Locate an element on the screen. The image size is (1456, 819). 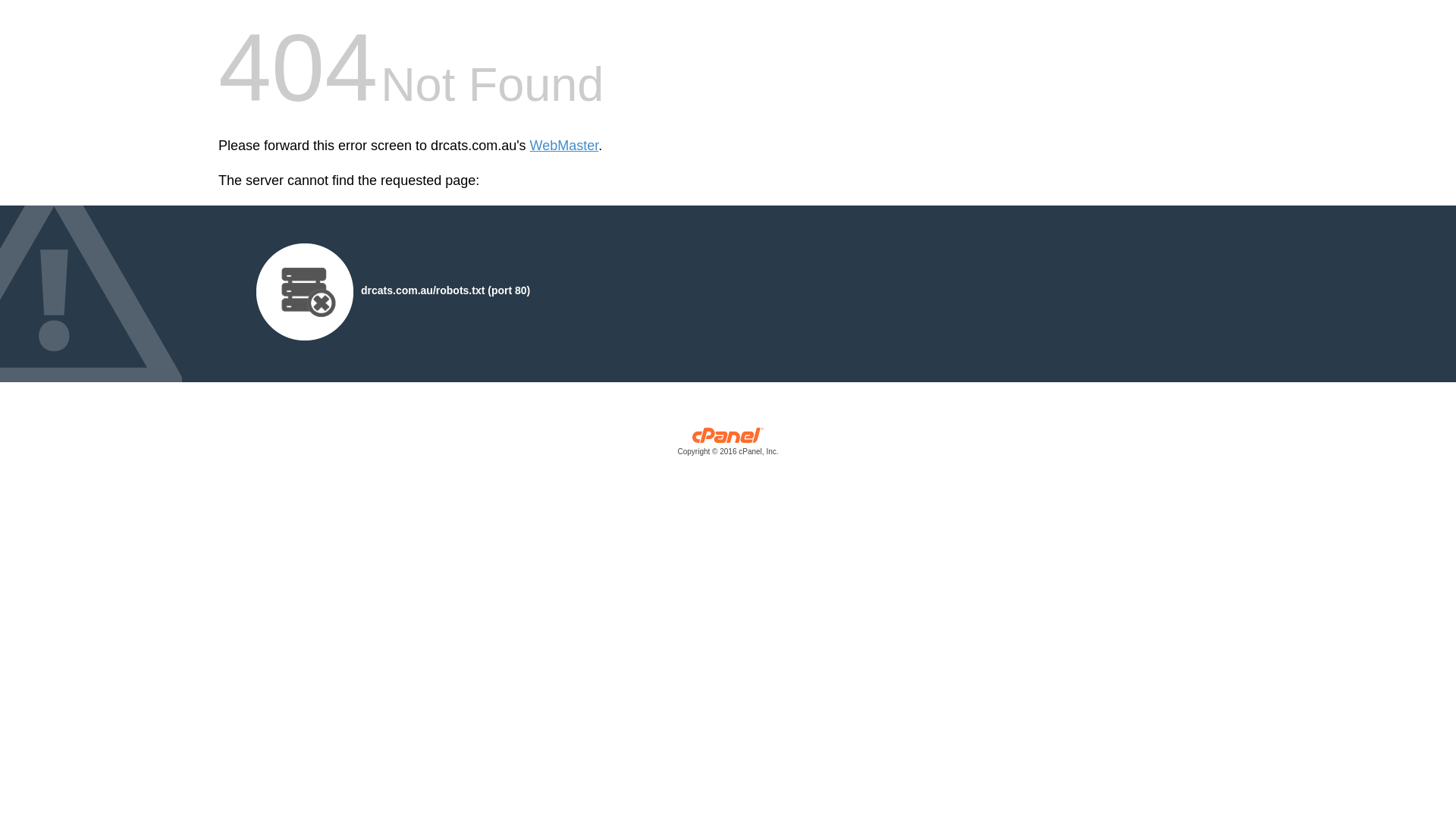
'WebMaster' is located at coordinates (530, 146).